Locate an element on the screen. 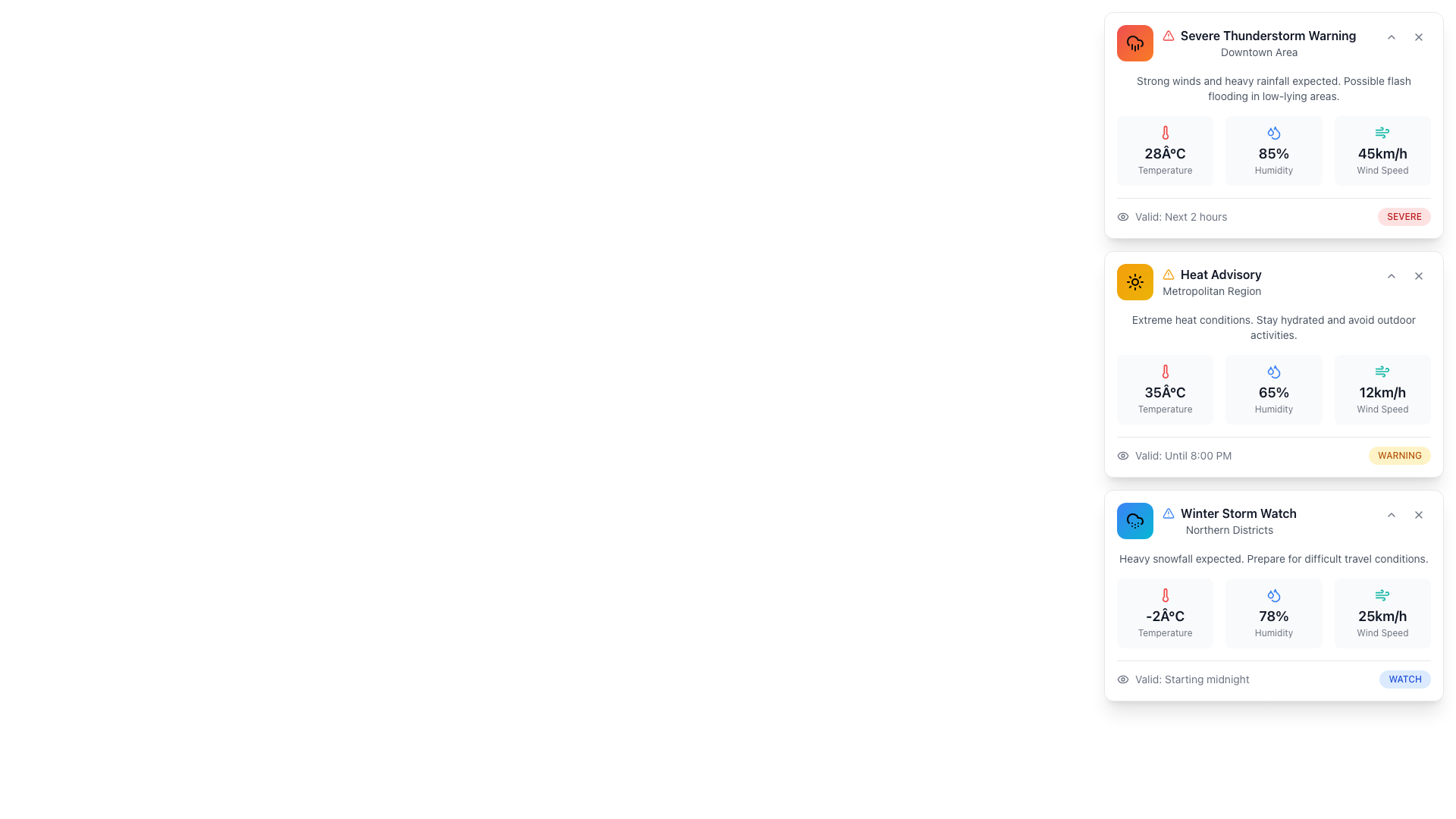 This screenshot has height=819, width=1456. the Close Icon resembling a letter 'X' located at the top right corner of the 'Winter Storm Watch' weather alert card is located at coordinates (1418, 513).